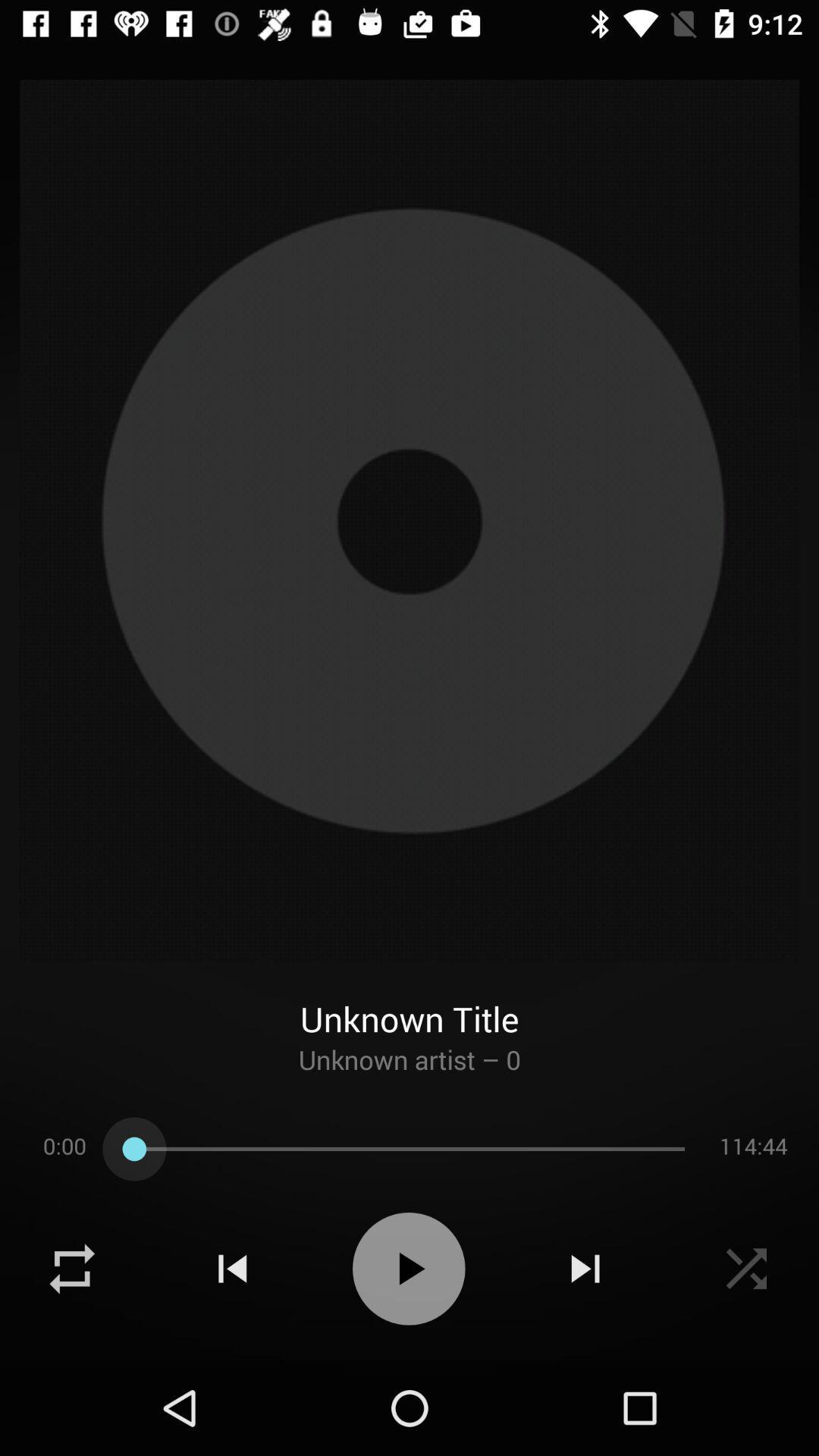 This screenshot has width=819, height=1456. Describe the element at coordinates (408, 1269) in the screenshot. I see `button` at that location.